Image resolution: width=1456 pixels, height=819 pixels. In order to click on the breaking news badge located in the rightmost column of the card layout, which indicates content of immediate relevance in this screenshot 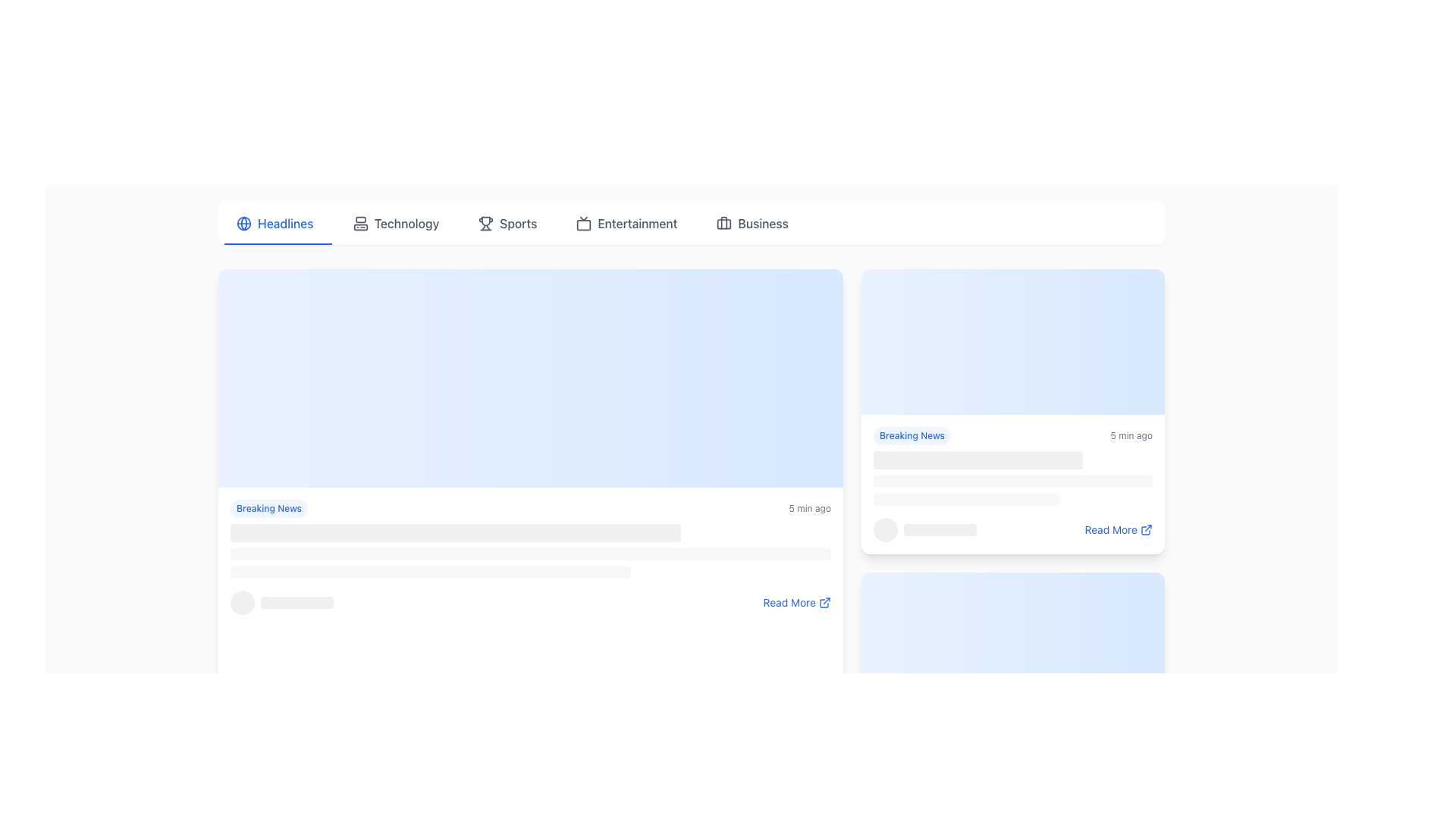, I will do `click(912, 435)`.